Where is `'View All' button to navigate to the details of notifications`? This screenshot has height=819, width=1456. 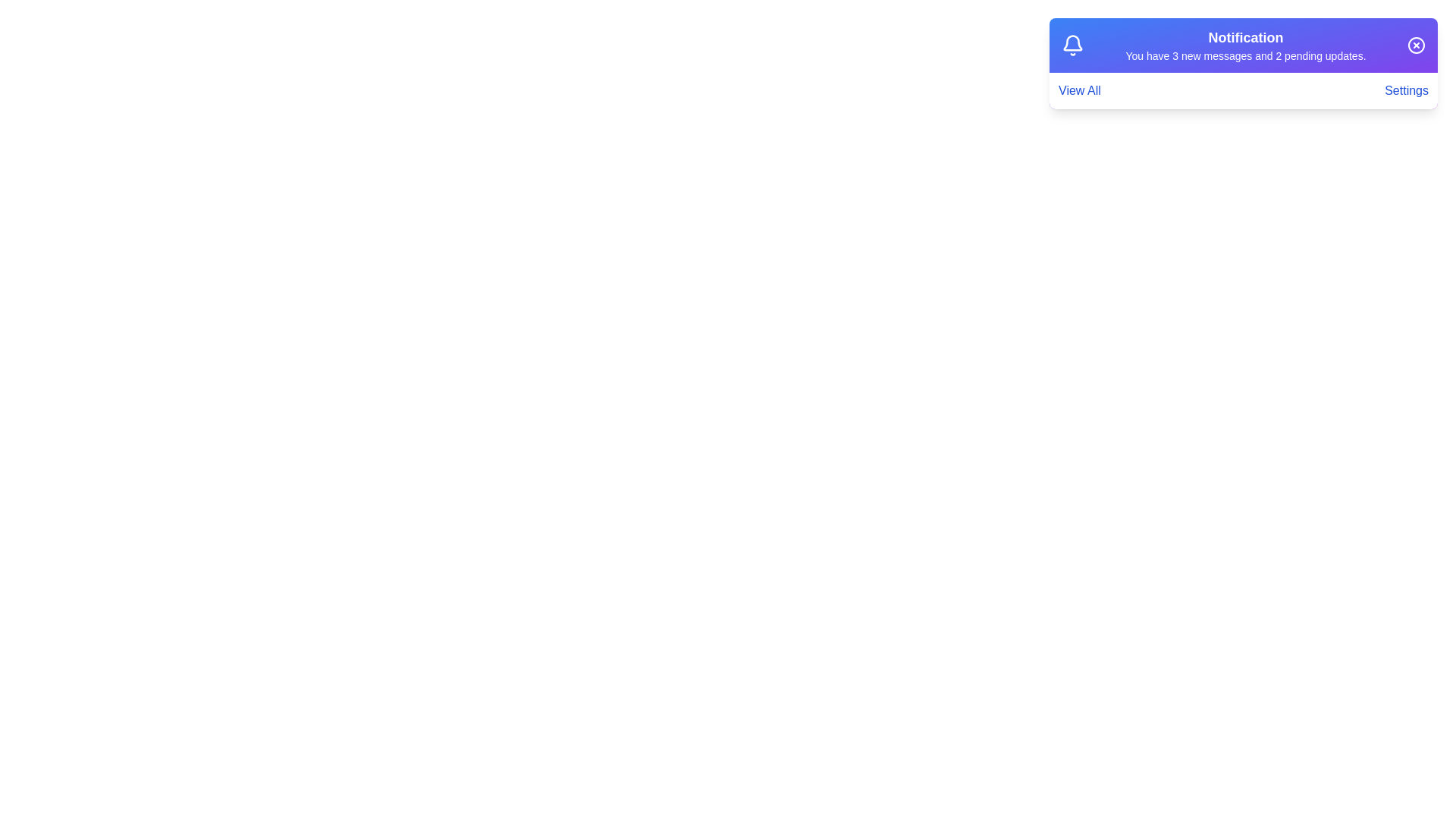
'View All' button to navigate to the details of notifications is located at coordinates (1078, 90).